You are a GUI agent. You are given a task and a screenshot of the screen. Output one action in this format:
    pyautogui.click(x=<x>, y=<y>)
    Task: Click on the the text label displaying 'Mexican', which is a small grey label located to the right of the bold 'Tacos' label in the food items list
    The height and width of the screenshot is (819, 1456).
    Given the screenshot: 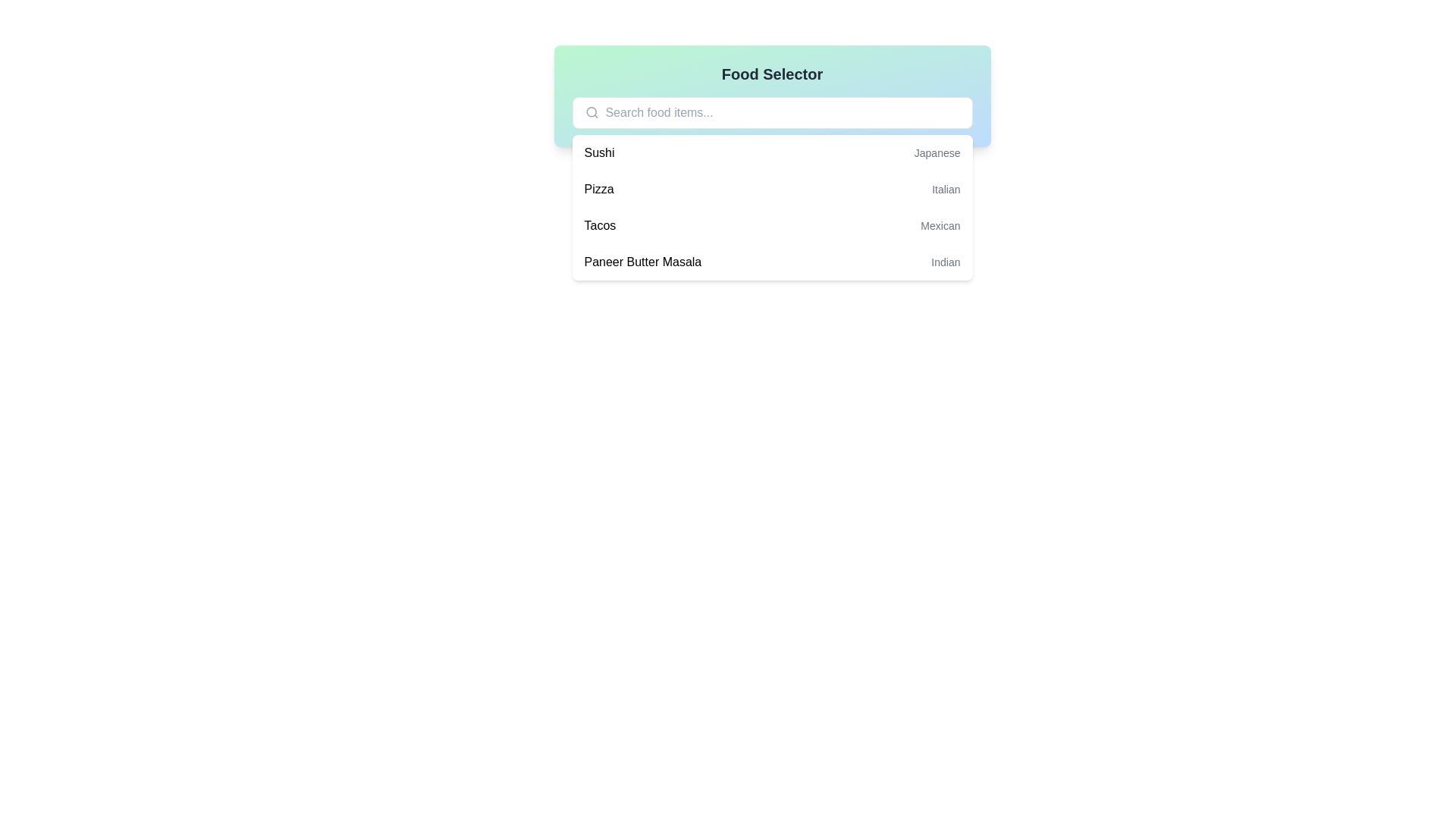 What is the action you would take?
    pyautogui.click(x=940, y=225)
    